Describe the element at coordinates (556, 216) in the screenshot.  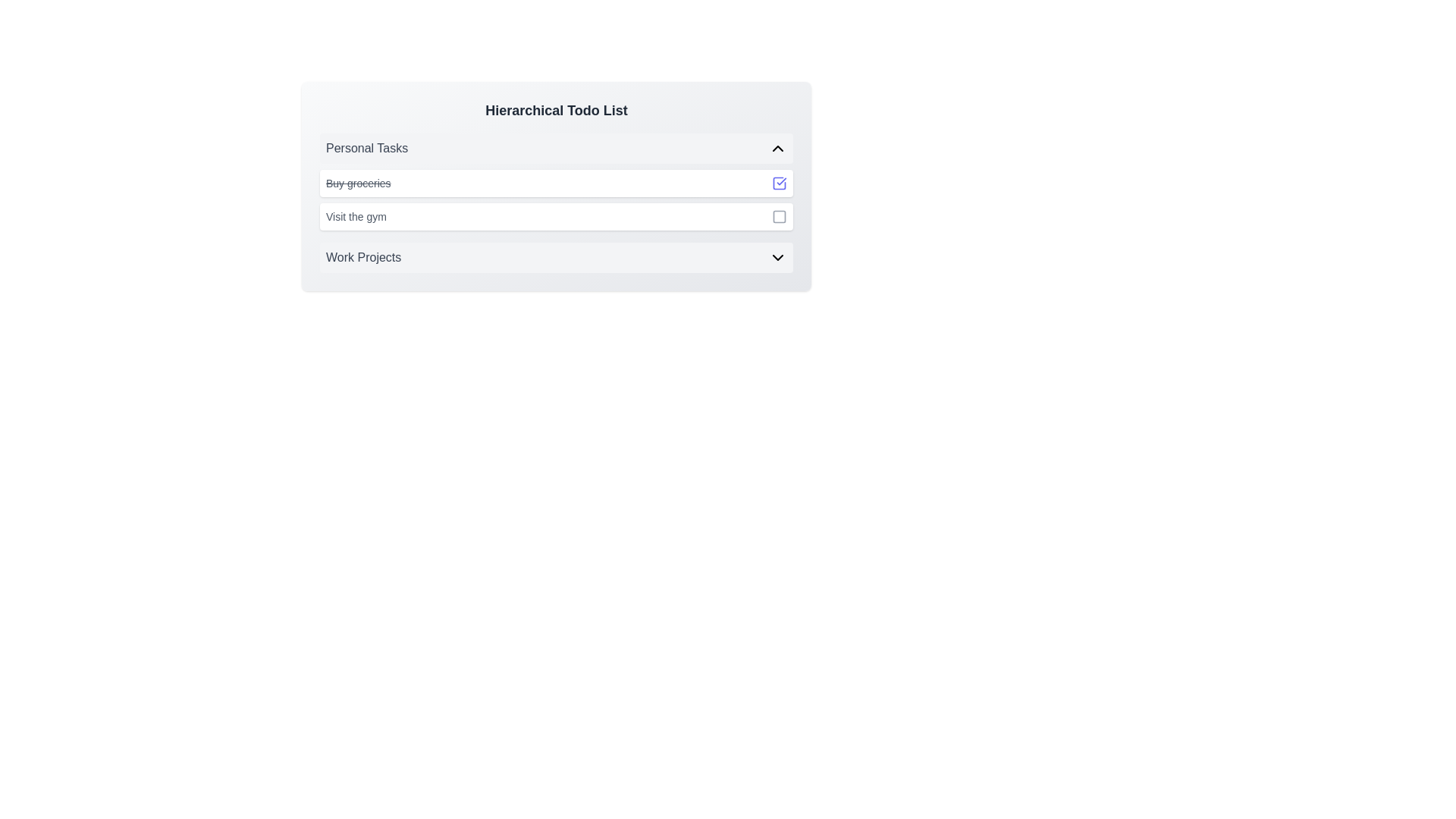
I see `the task list item checkbox for 'Visit the gym'` at that location.